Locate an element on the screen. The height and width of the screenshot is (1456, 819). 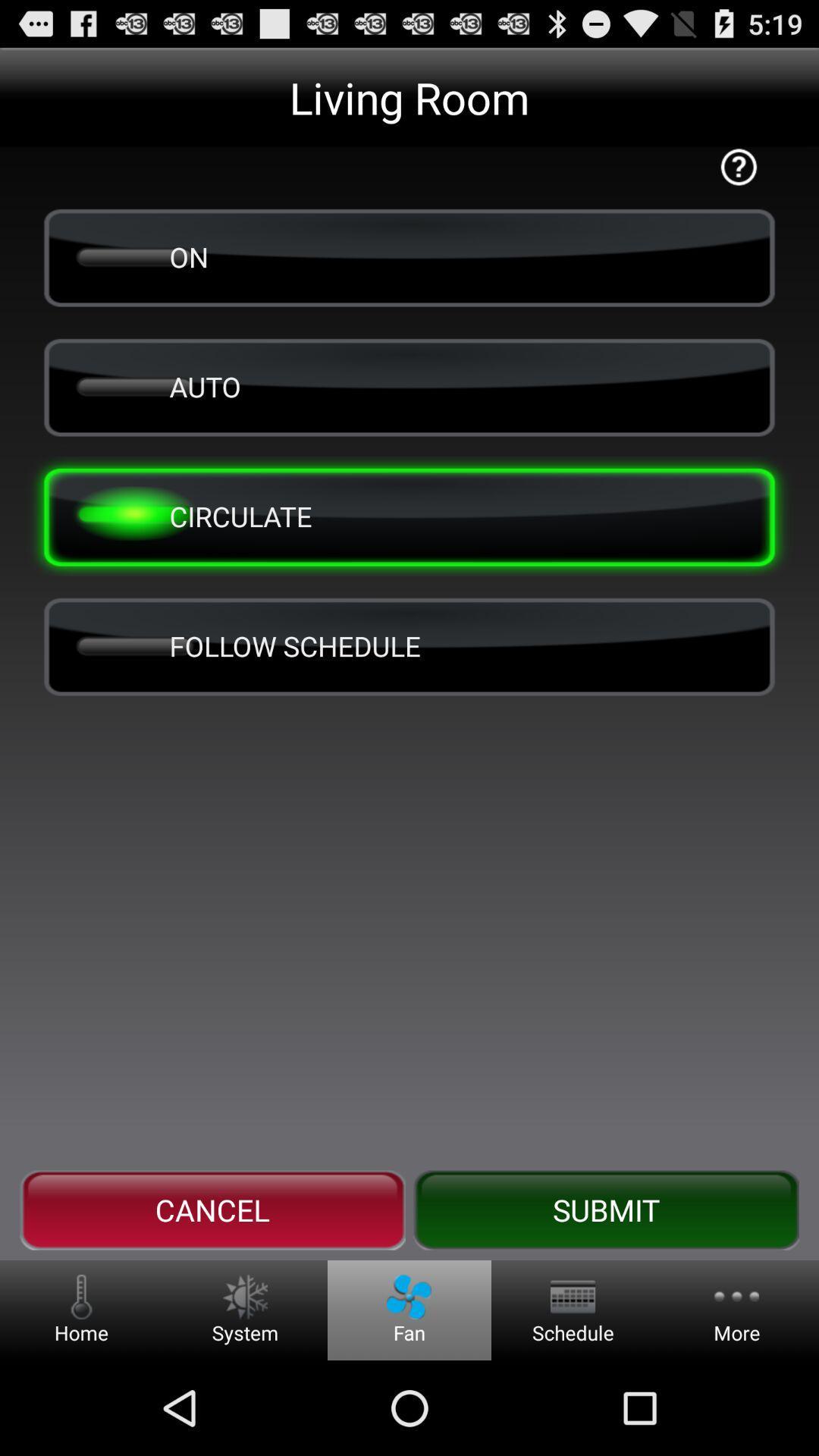
cancel icon is located at coordinates (212, 1210).